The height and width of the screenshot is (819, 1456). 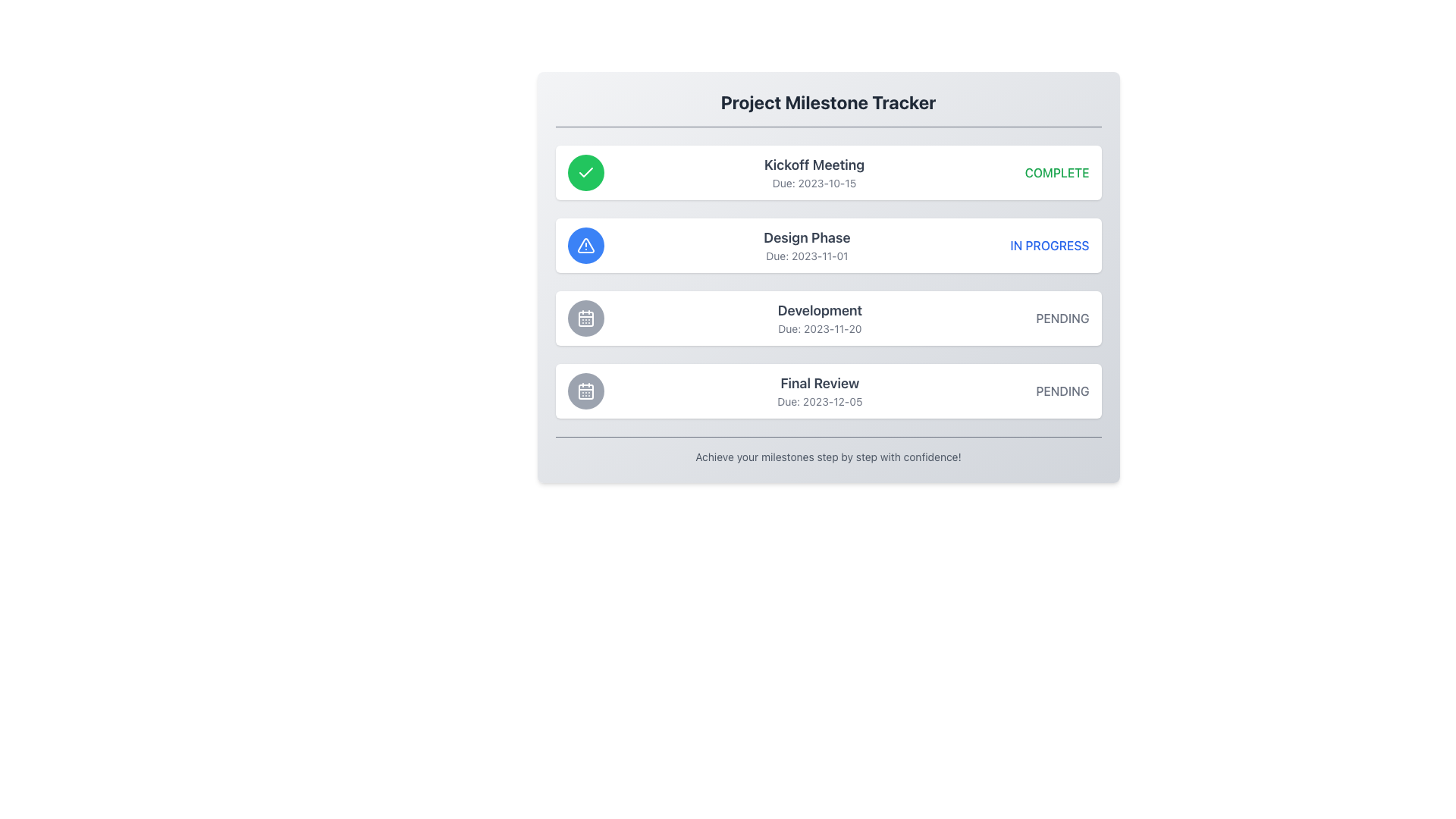 I want to click on the status label indicating the ongoing status of the 'Design Phase' milestone, which is positioned next to the 'Due: 2023-11-01' text, so click(x=1049, y=245).